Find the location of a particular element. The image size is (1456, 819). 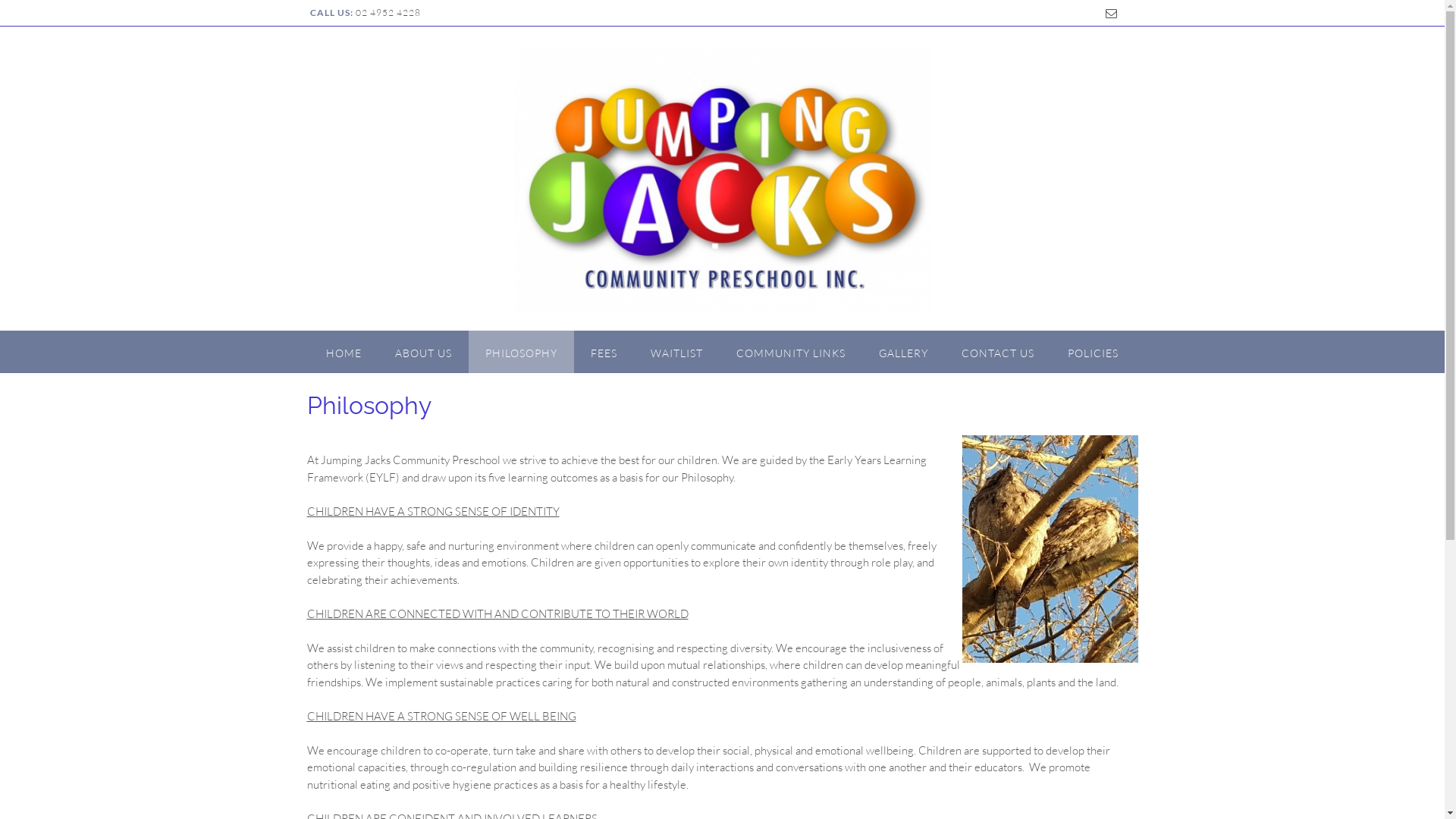

'CONTACT US' is located at coordinates (944, 351).